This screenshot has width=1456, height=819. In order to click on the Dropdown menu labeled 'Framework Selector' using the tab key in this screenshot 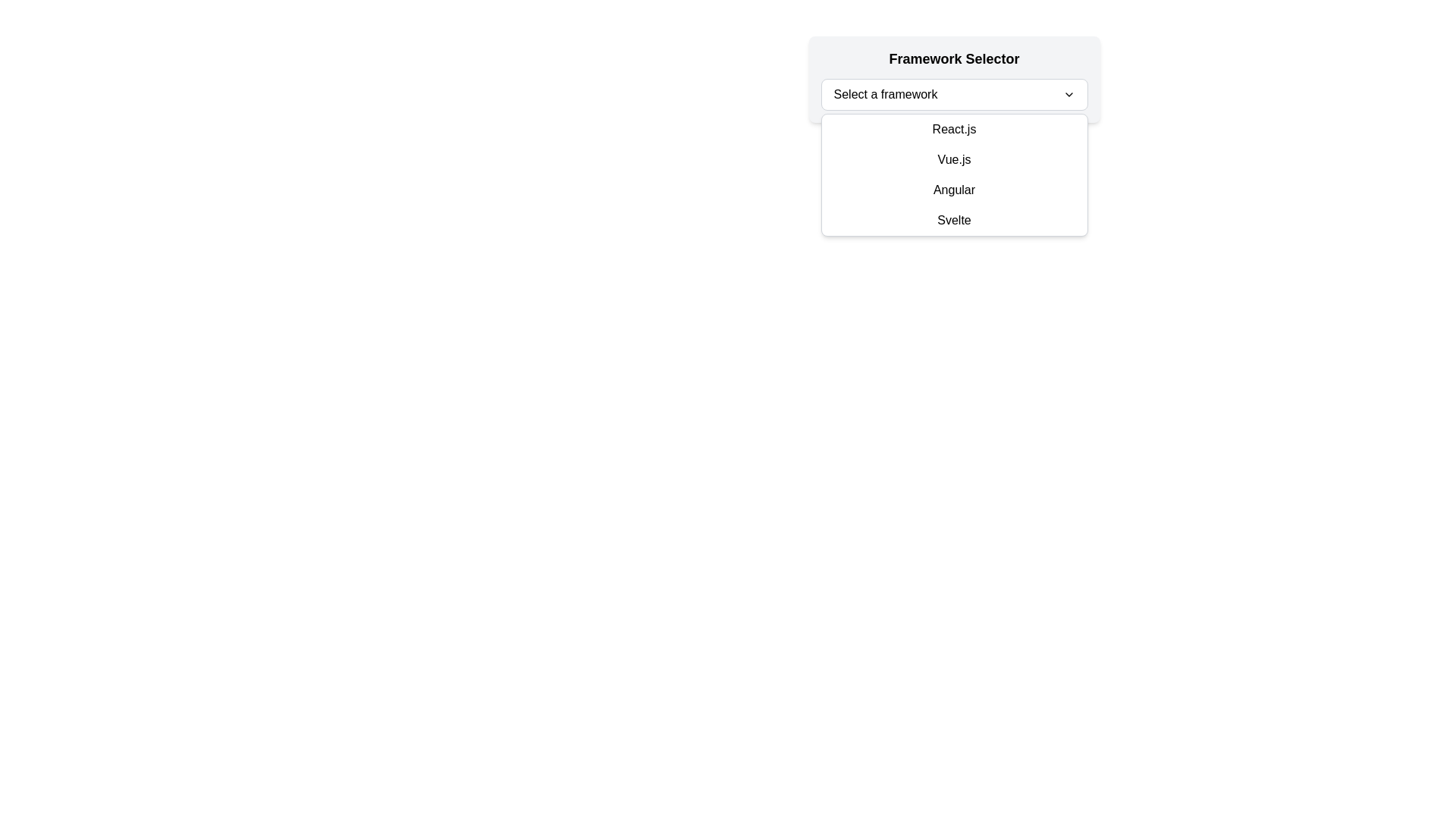, I will do `click(953, 94)`.